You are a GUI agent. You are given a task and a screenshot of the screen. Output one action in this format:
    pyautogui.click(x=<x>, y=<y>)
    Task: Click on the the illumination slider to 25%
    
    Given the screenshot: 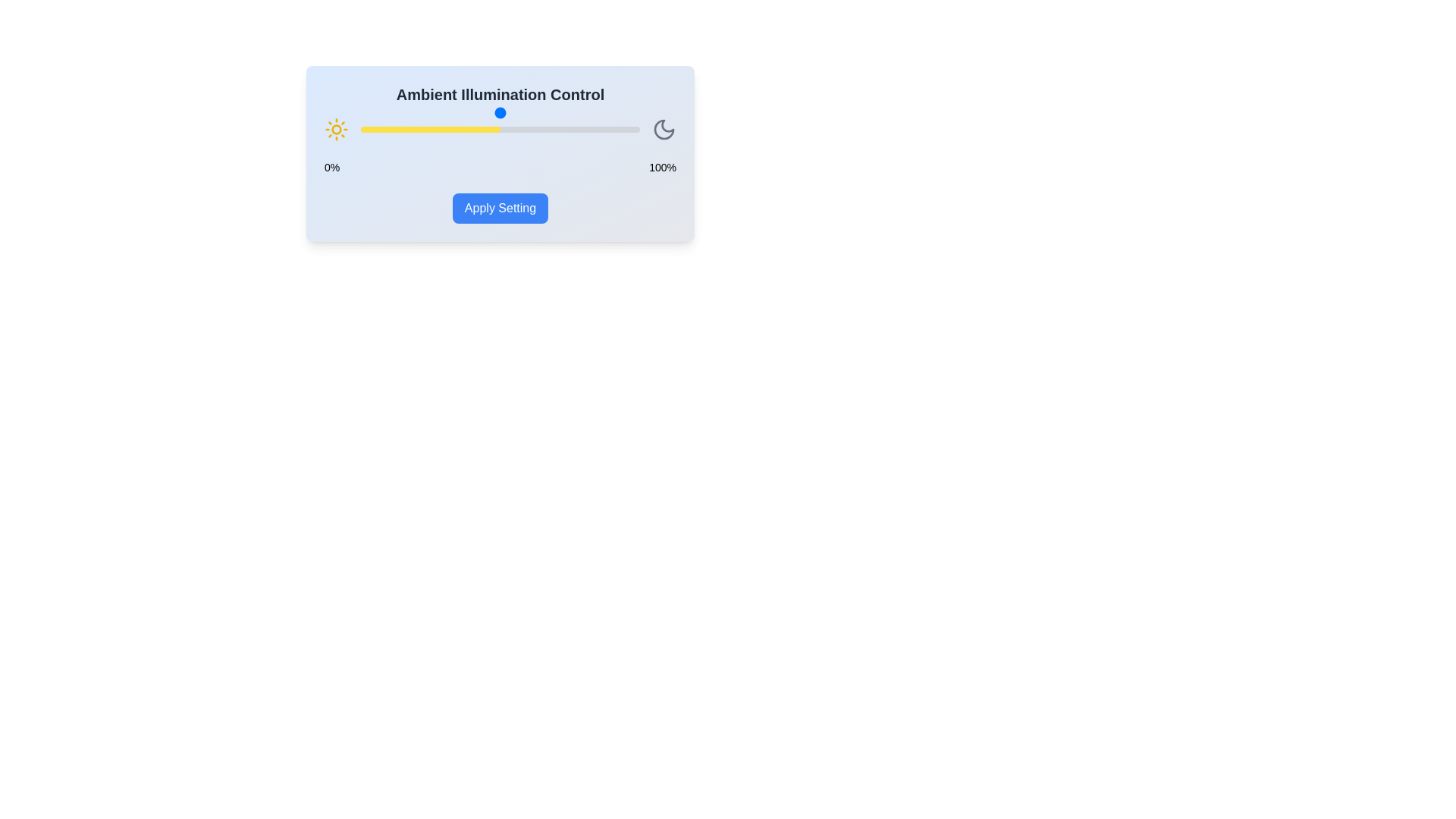 What is the action you would take?
    pyautogui.click(x=429, y=128)
    